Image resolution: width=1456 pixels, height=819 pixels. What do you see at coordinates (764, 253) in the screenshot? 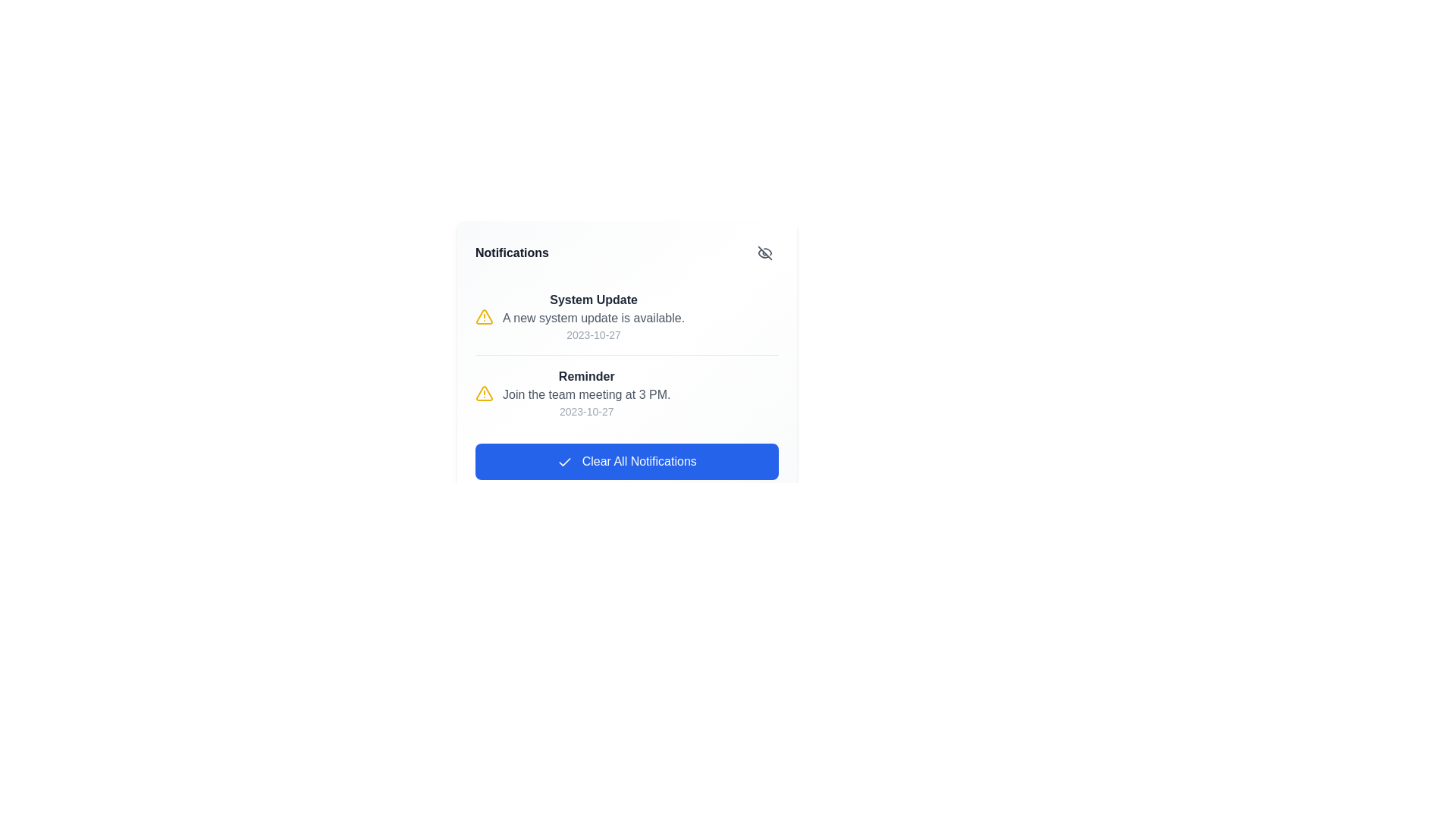
I see `the circular icon button with an eye and slash graphic in the top-right corner of the notification interface` at bounding box center [764, 253].